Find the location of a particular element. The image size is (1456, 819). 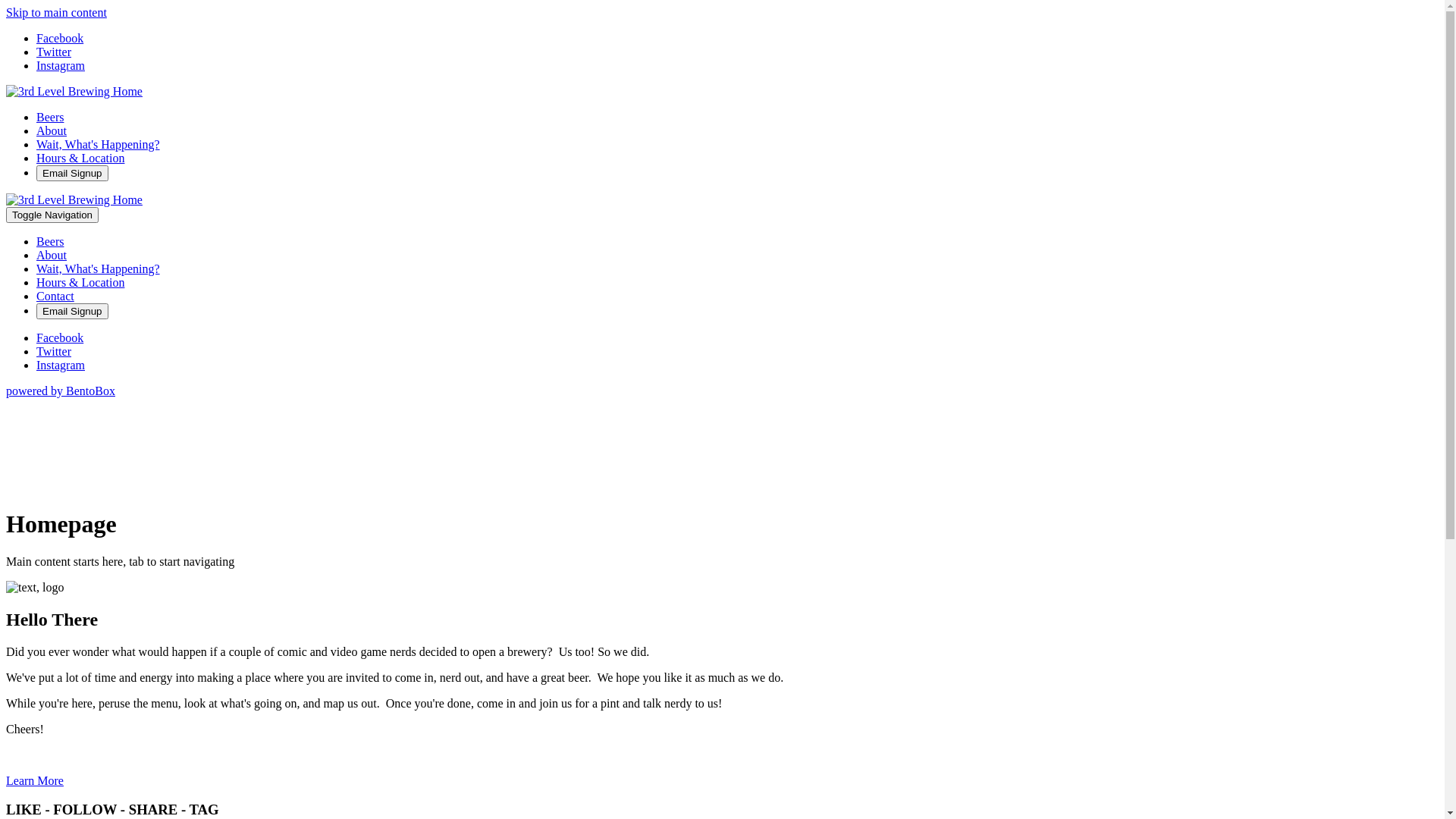

'Facebook' is located at coordinates (59, 337).